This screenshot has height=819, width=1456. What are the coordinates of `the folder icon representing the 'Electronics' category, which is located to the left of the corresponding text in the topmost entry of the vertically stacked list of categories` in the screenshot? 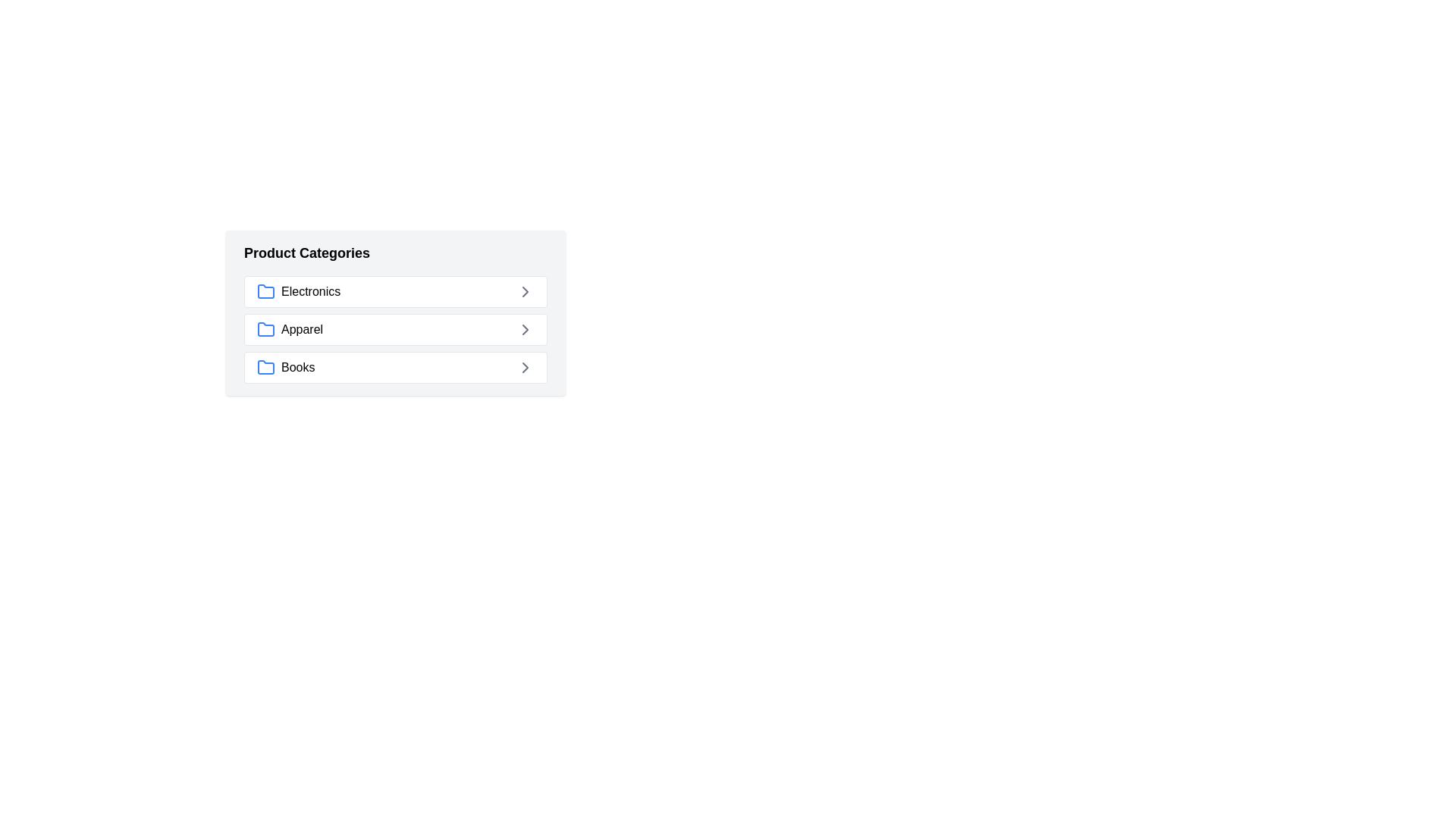 It's located at (265, 291).